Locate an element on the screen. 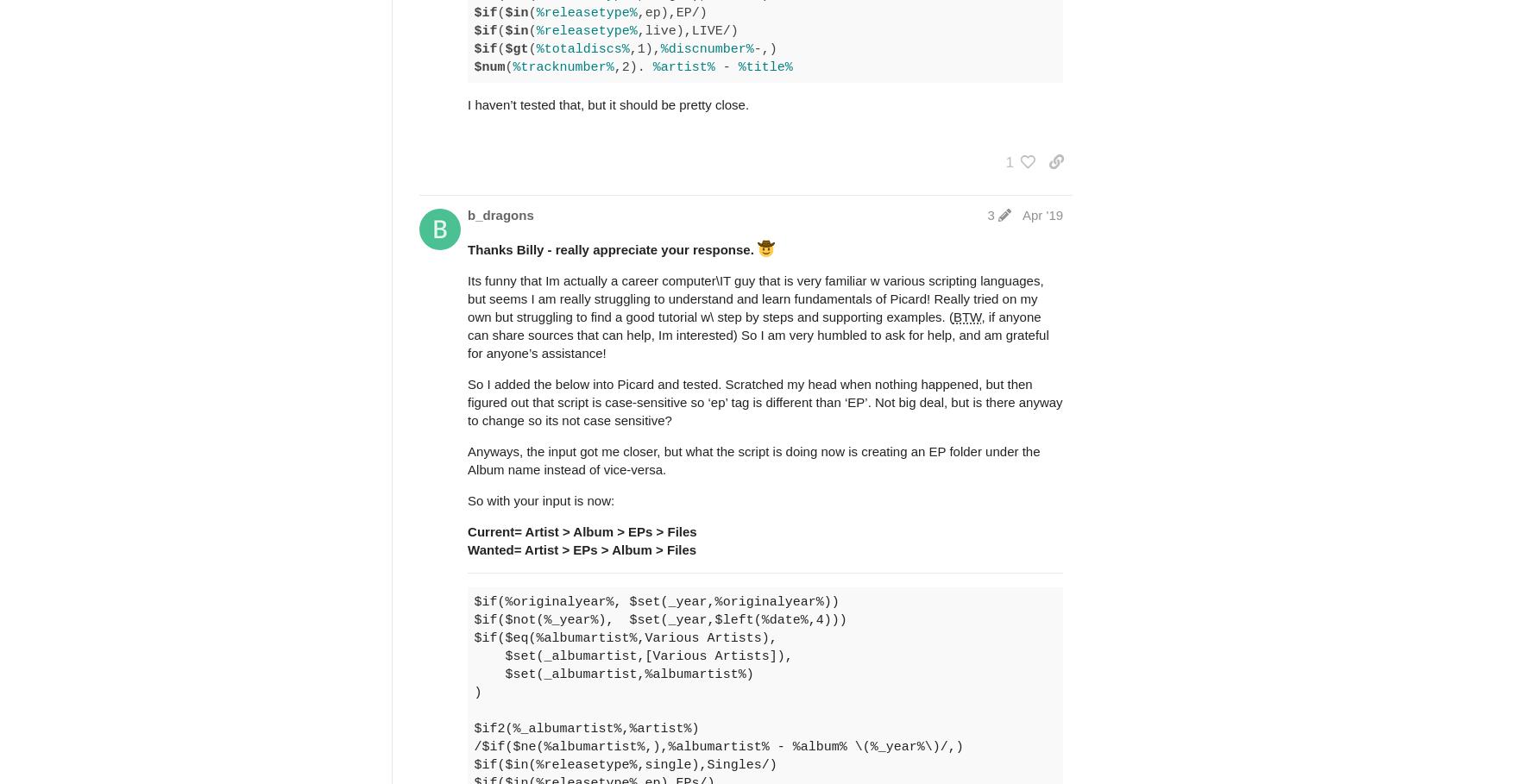 Image resolution: width=1523 pixels, height=784 pixels. ',1),' is located at coordinates (643, 48).